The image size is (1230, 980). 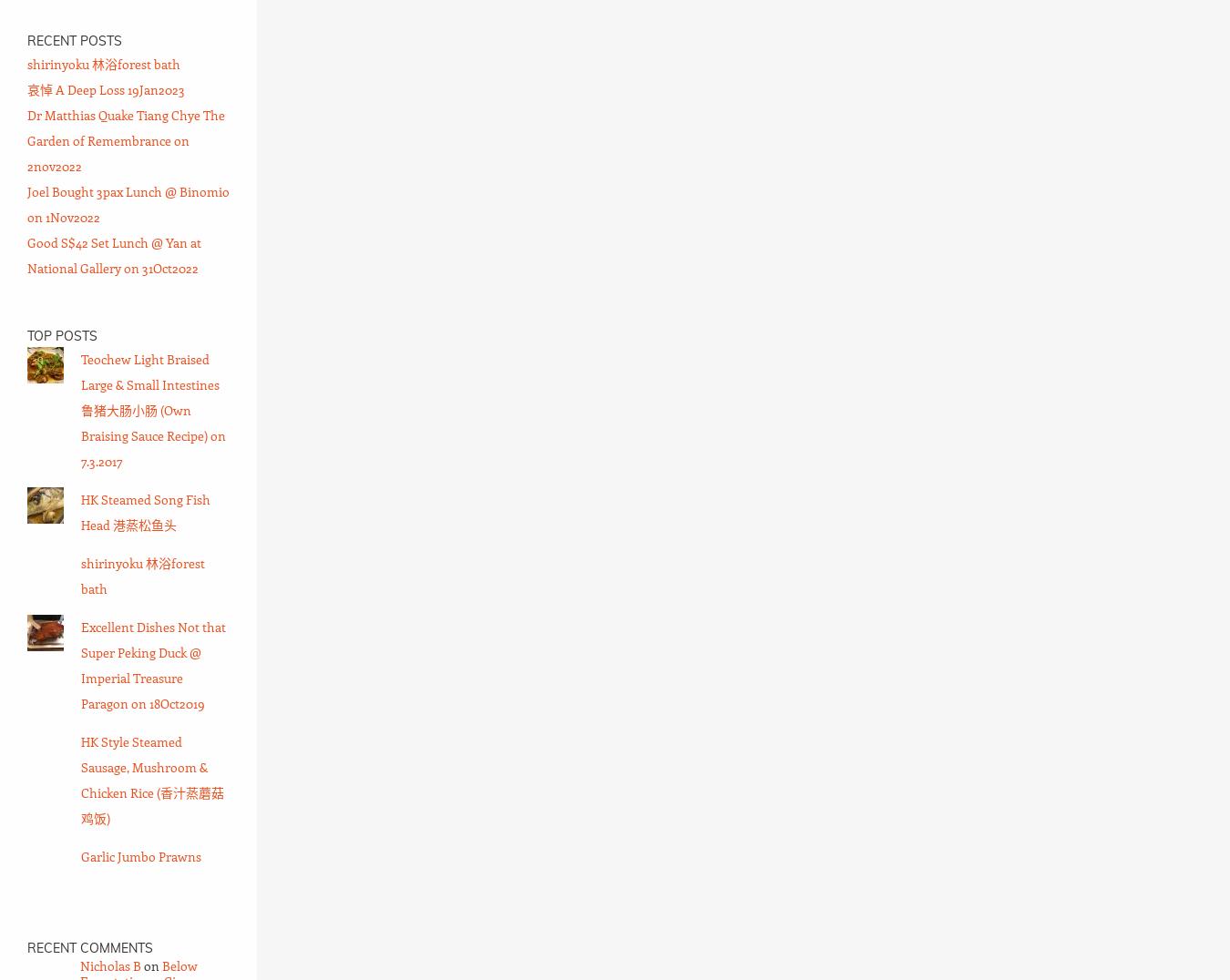 What do you see at coordinates (26, 334) in the screenshot?
I see `'Top Posts'` at bounding box center [26, 334].